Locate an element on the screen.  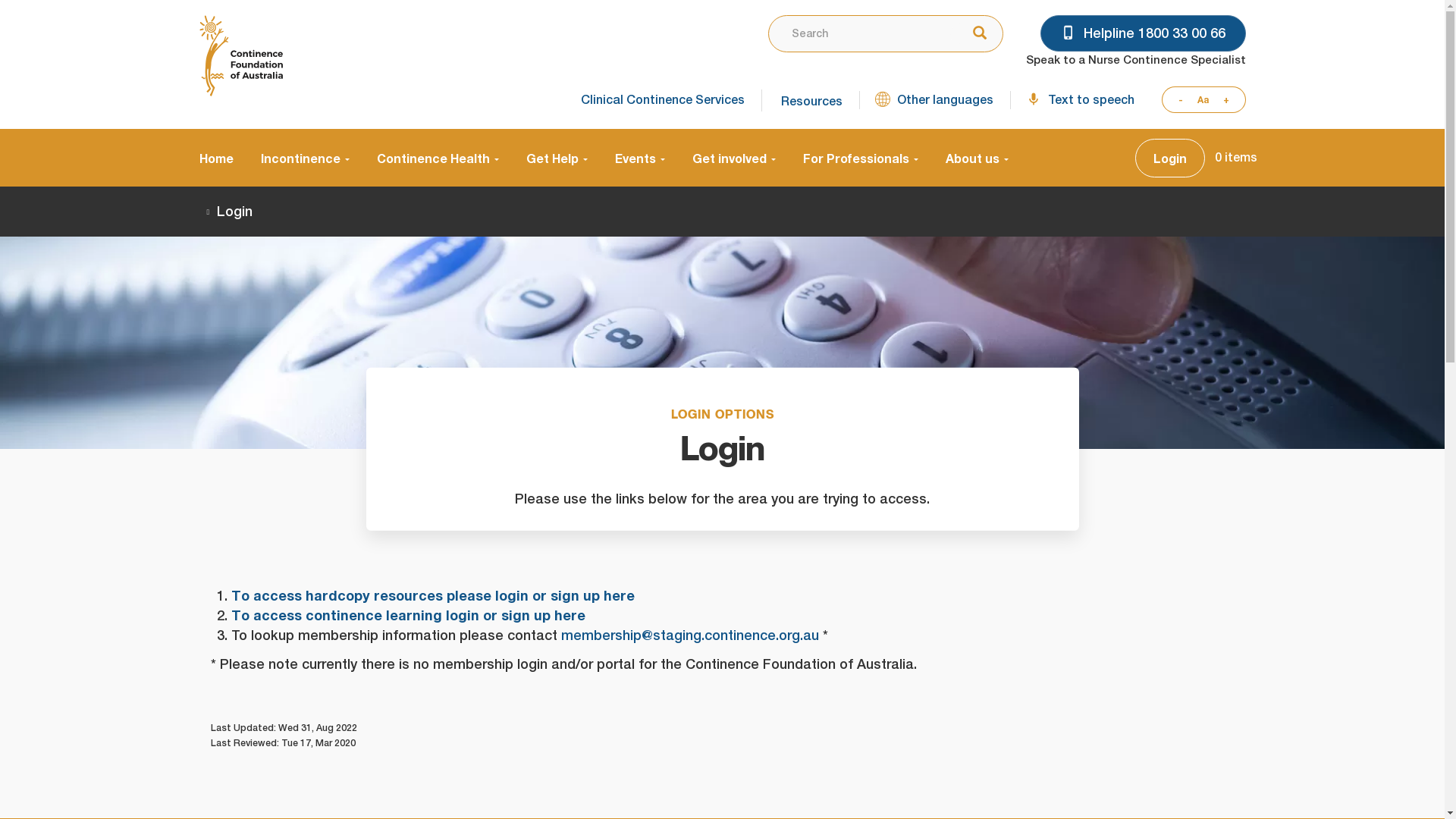
'Helpline 1800 33 00 66' is located at coordinates (1143, 33).